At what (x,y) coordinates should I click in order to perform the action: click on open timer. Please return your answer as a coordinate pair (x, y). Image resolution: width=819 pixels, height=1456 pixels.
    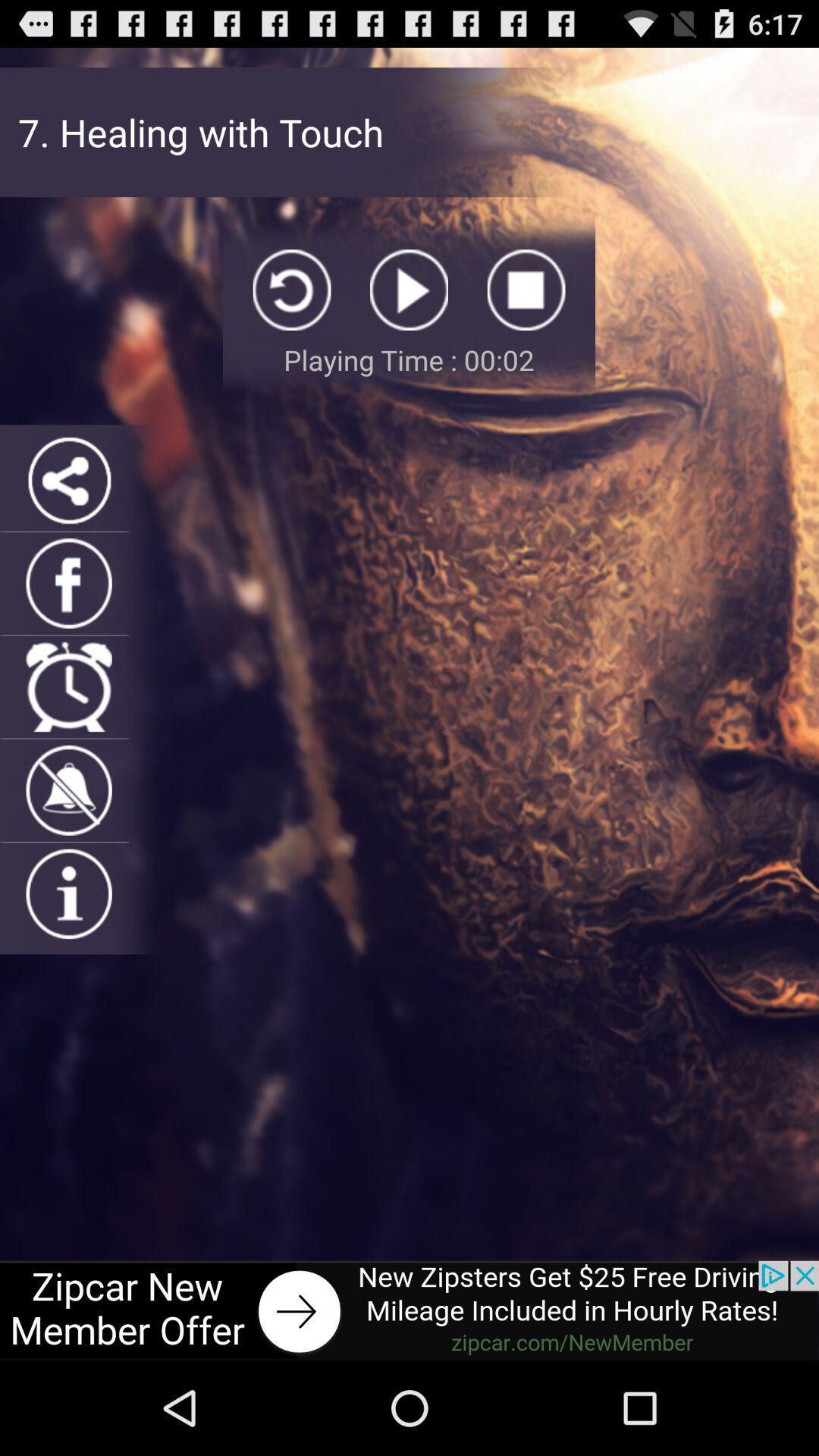
    Looking at the image, I should click on (69, 686).